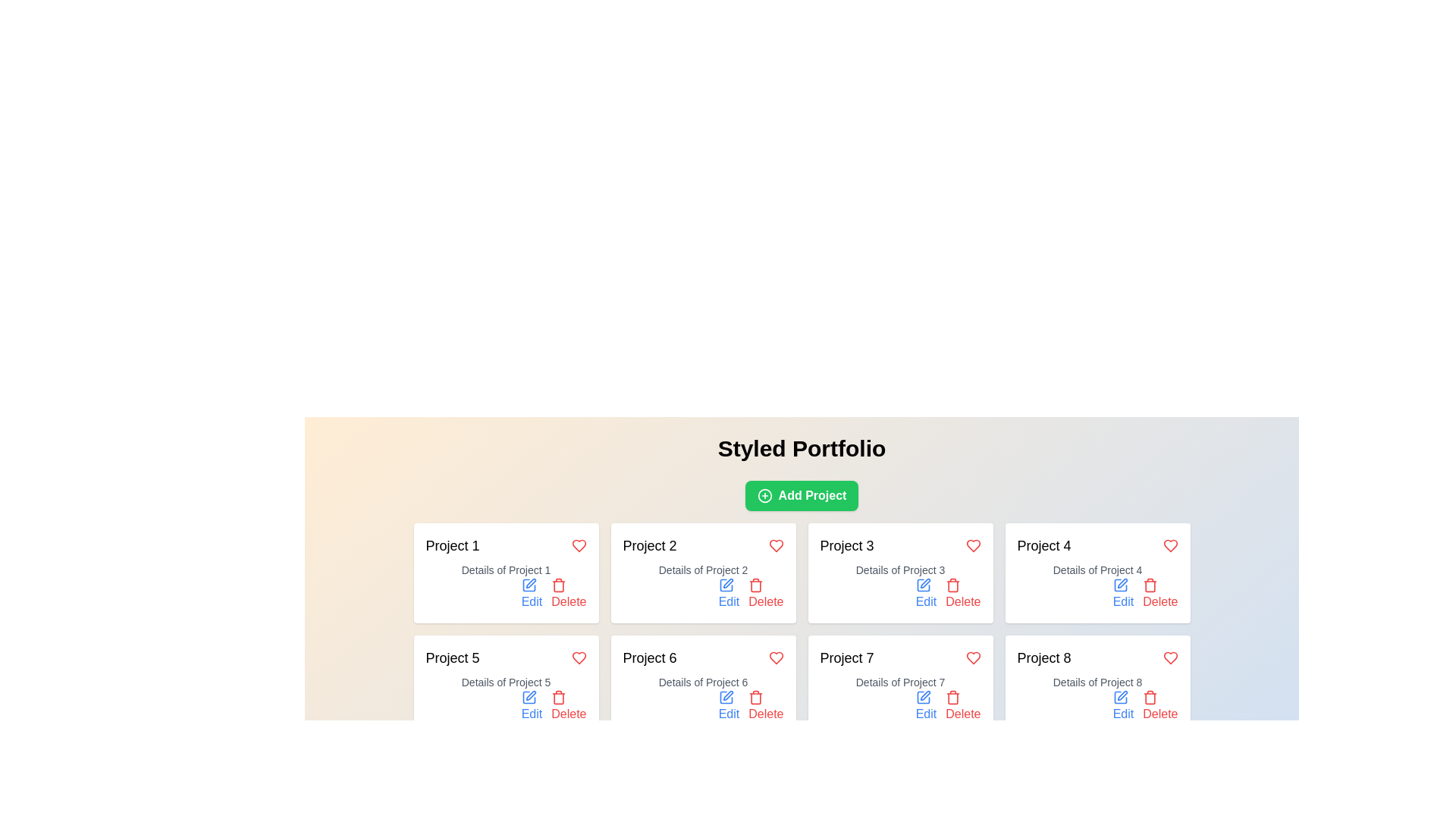 This screenshot has height=819, width=1456. Describe the element at coordinates (1150, 698) in the screenshot. I see `the 'Delete' icon located at the bottom right corner of the card for 'Project 8'` at that location.